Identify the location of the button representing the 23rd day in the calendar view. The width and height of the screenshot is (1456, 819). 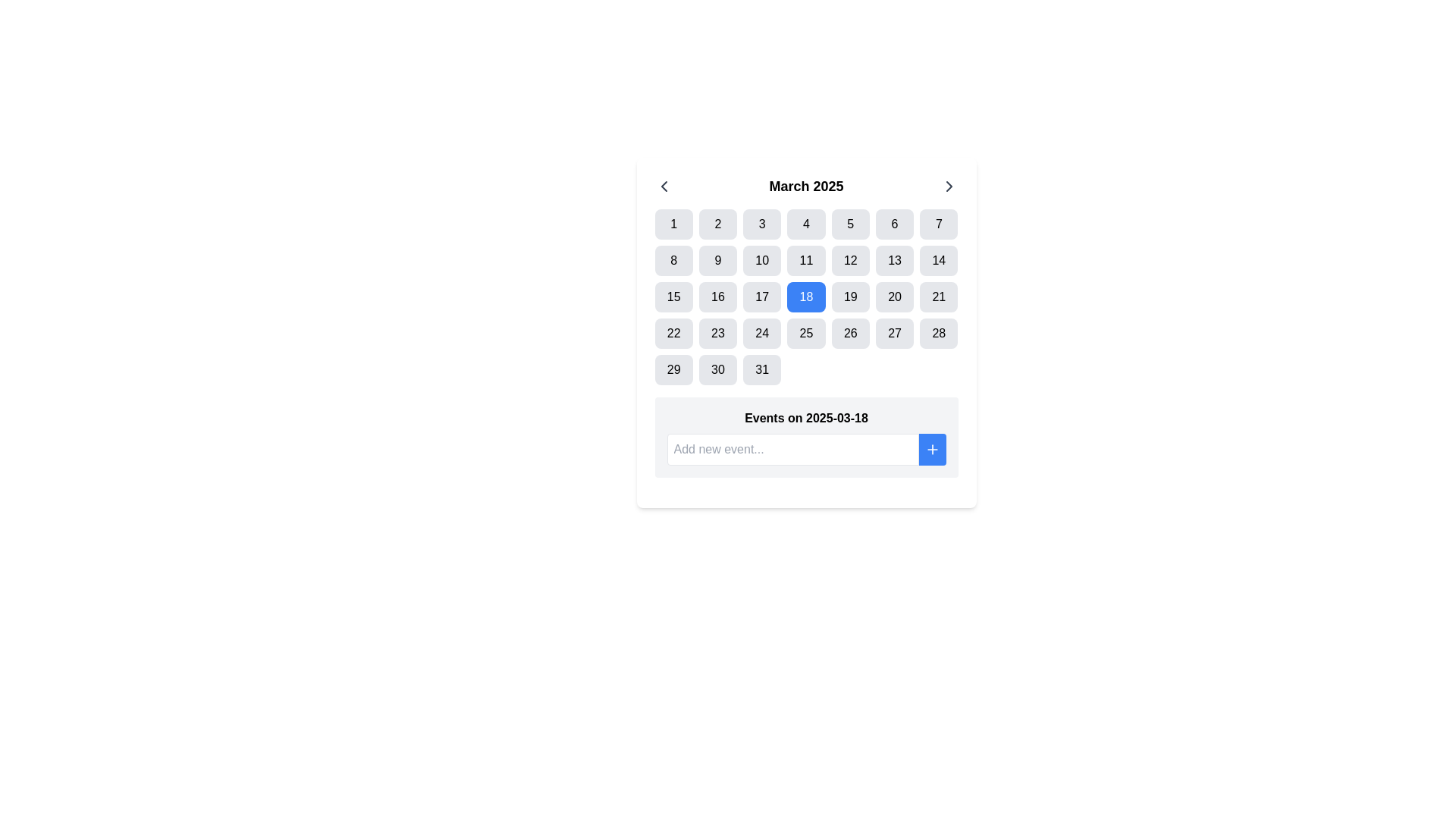
(717, 332).